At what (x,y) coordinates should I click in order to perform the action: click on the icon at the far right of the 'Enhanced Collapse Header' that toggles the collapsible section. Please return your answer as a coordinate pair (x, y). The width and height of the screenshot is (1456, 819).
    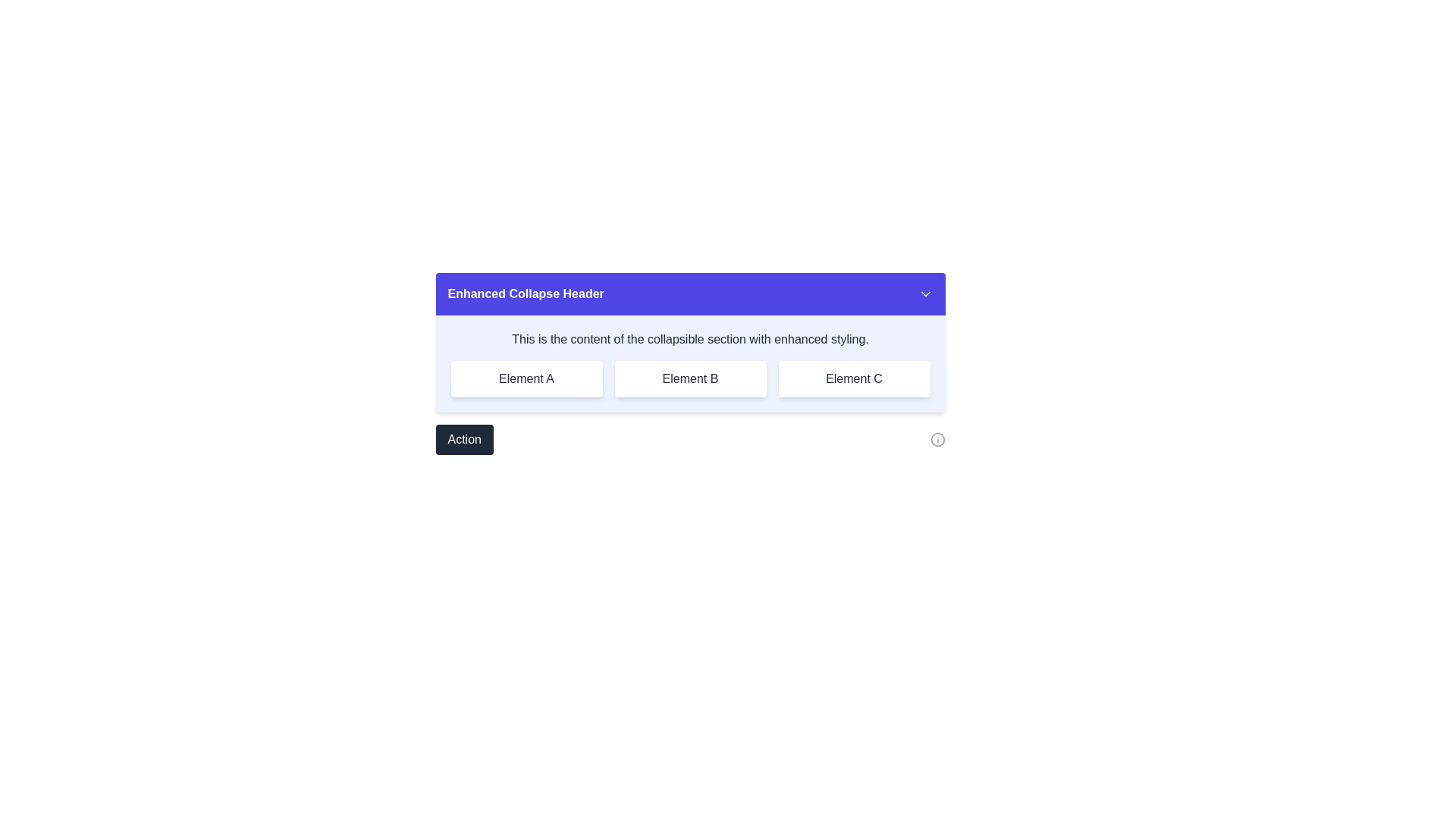
    Looking at the image, I should click on (924, 294).